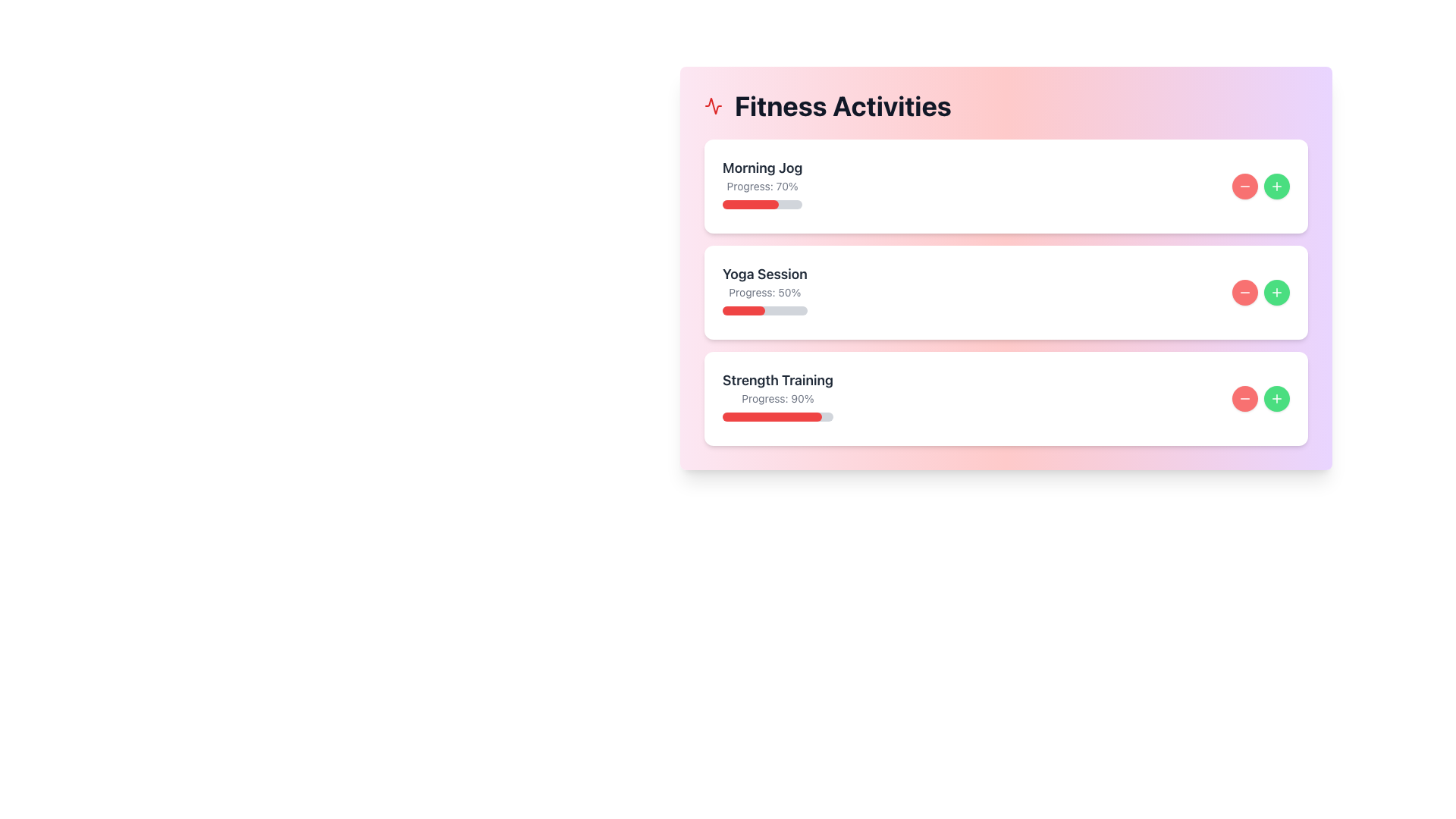 This screenshot has height=819, width=1456. Describe the element at coordinates (712, 105) in the screenshot. I see `the red wave-like icon representing the line graph in the 'Fitness Activities' section located in the header area` at that location.